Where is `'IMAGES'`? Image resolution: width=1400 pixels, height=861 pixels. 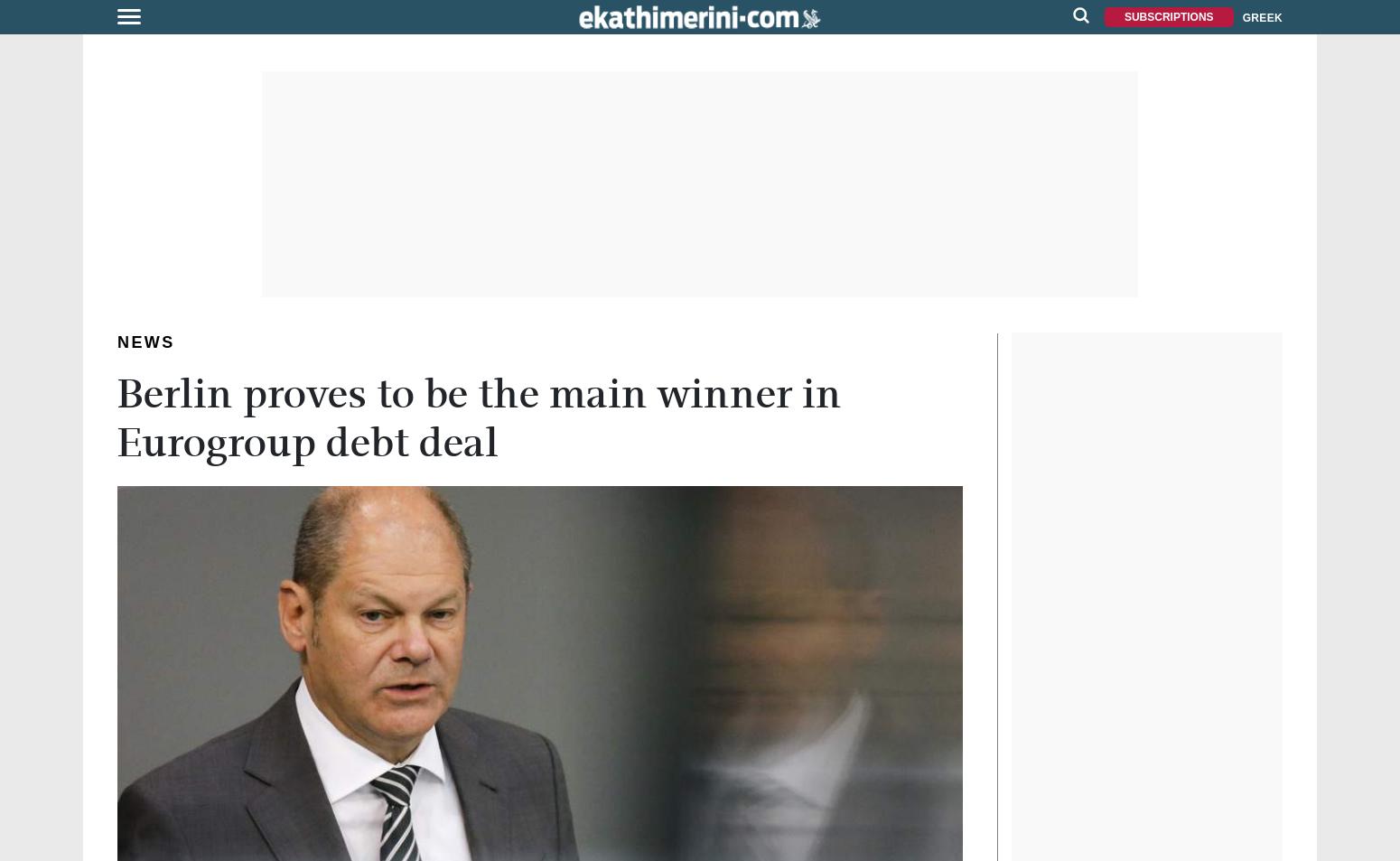
'IMAGES' is located at coordinates (35, 434).